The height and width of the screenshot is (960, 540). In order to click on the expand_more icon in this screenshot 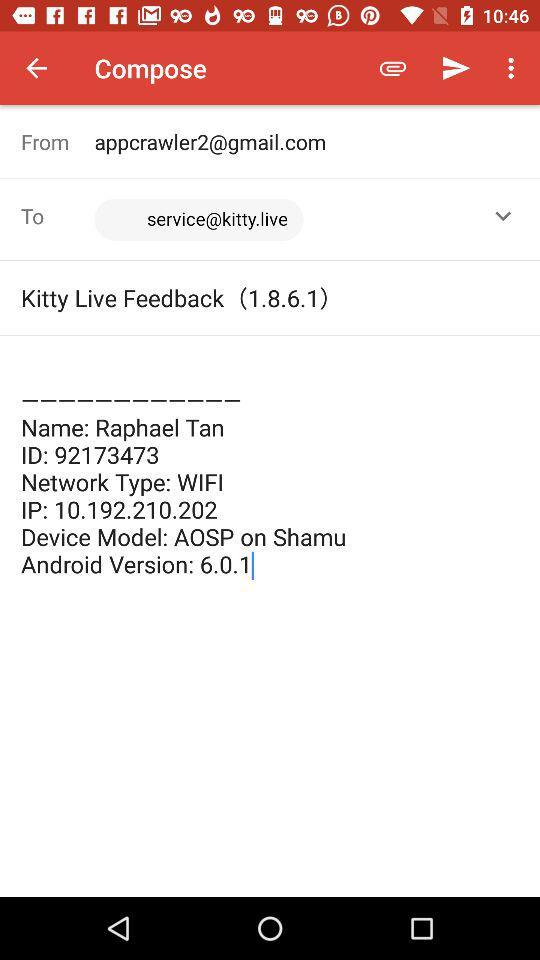, I will do `click(502, 216)`.